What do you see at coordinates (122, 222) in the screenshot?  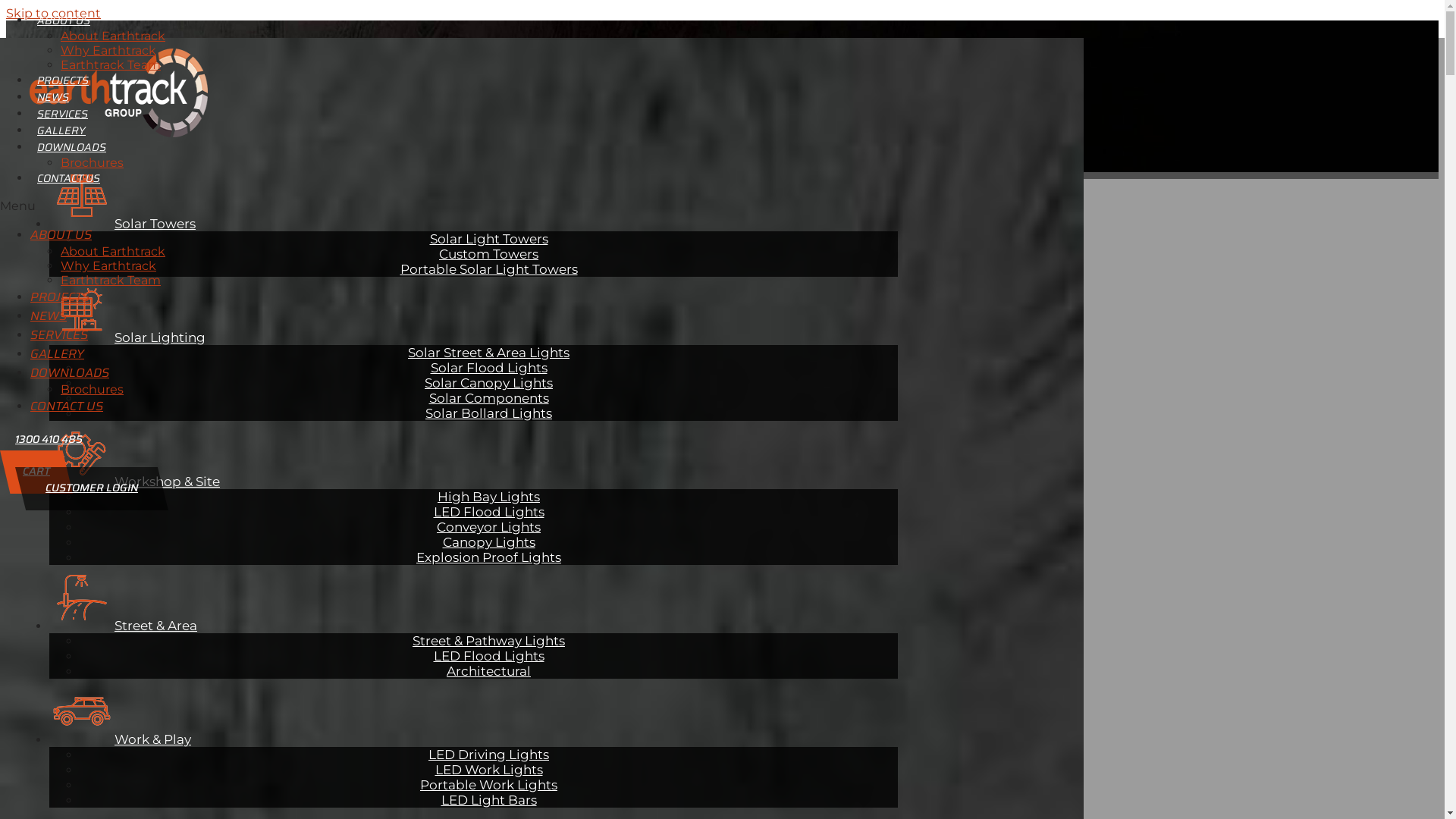 I see `'Solar Towers'` at bounding box center [122, 222].